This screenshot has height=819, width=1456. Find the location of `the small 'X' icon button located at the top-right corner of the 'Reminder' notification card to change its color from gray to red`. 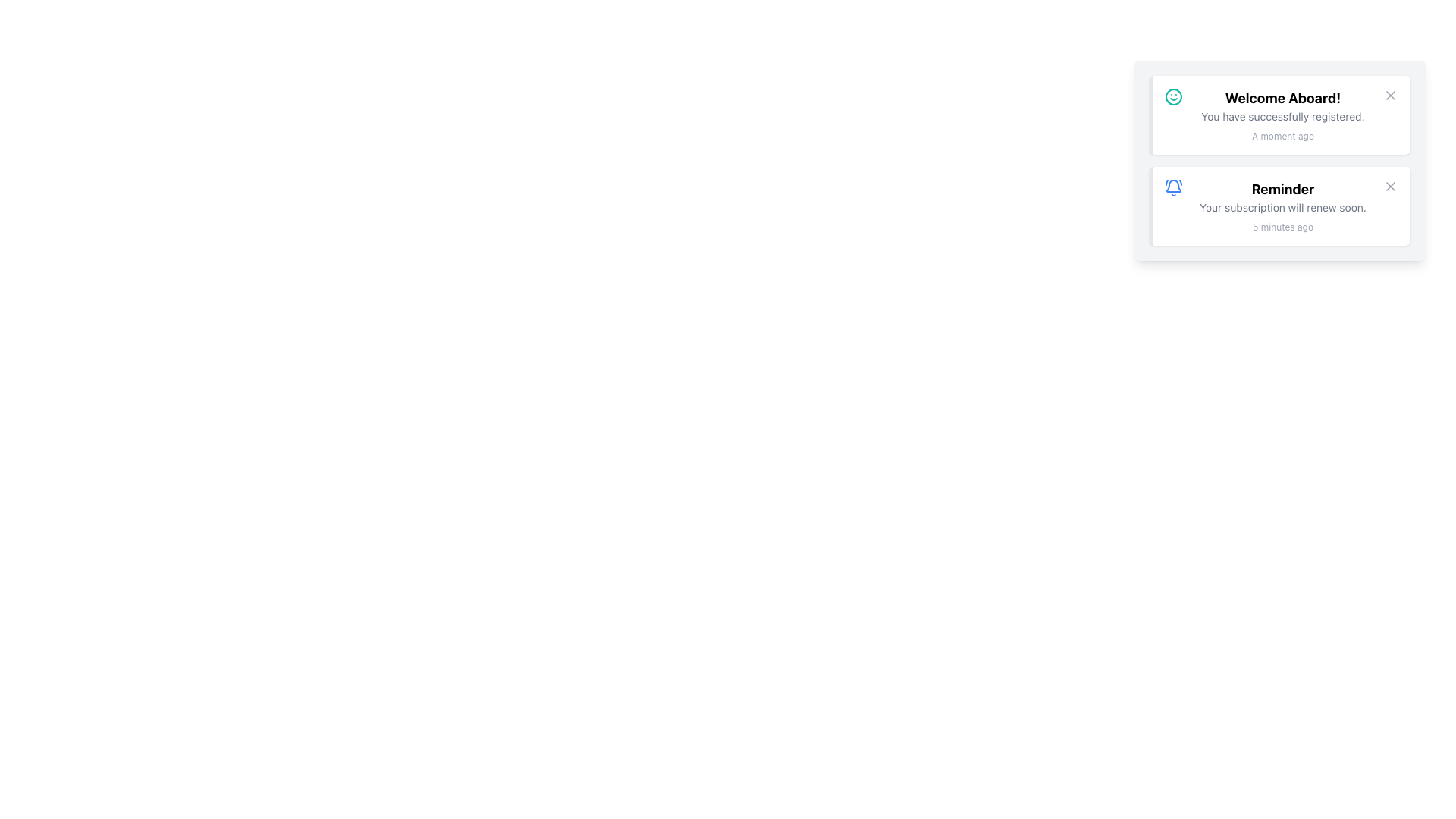

the small 'X' icon button located at the top-right corner of the 'Reminder' notification card to change its color from gray to red is located at coordinates (1390, 186).